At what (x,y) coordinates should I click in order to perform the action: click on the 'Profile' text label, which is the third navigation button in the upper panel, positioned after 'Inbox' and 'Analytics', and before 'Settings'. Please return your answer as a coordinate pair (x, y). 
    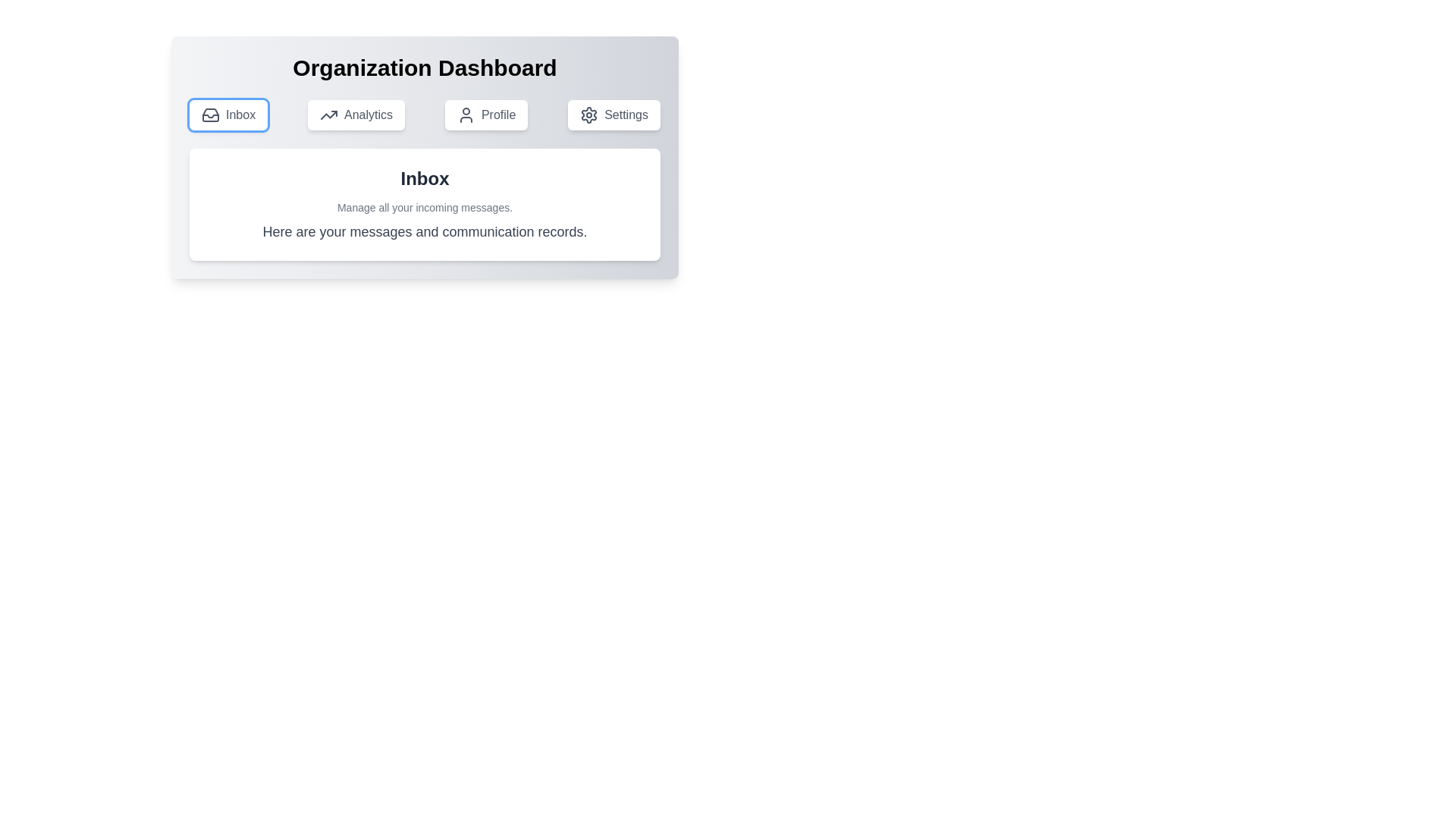
    Looking at the image, I should click on (498, 114).